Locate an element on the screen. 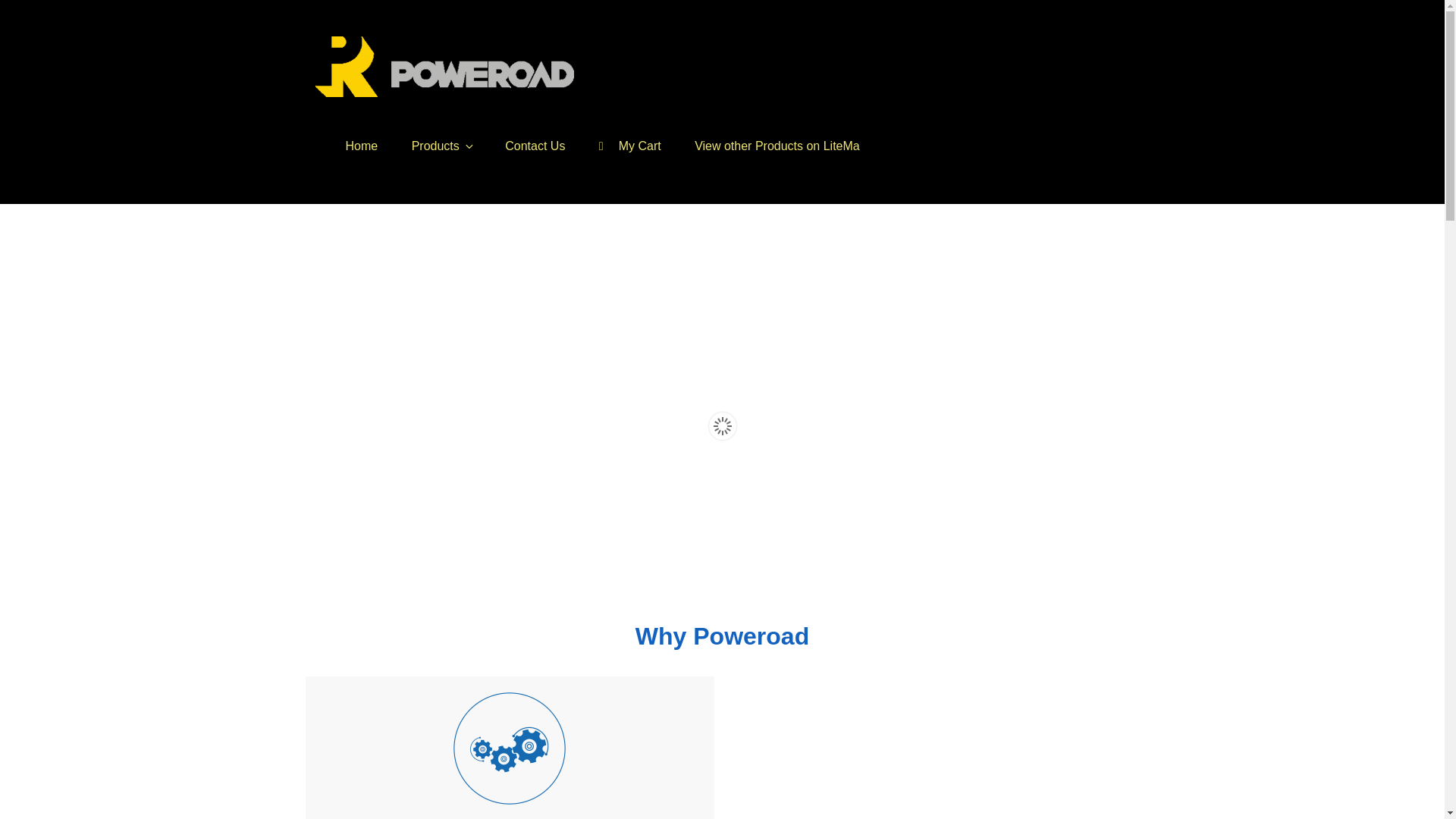  'Products' is located at coordinates (441, 146).